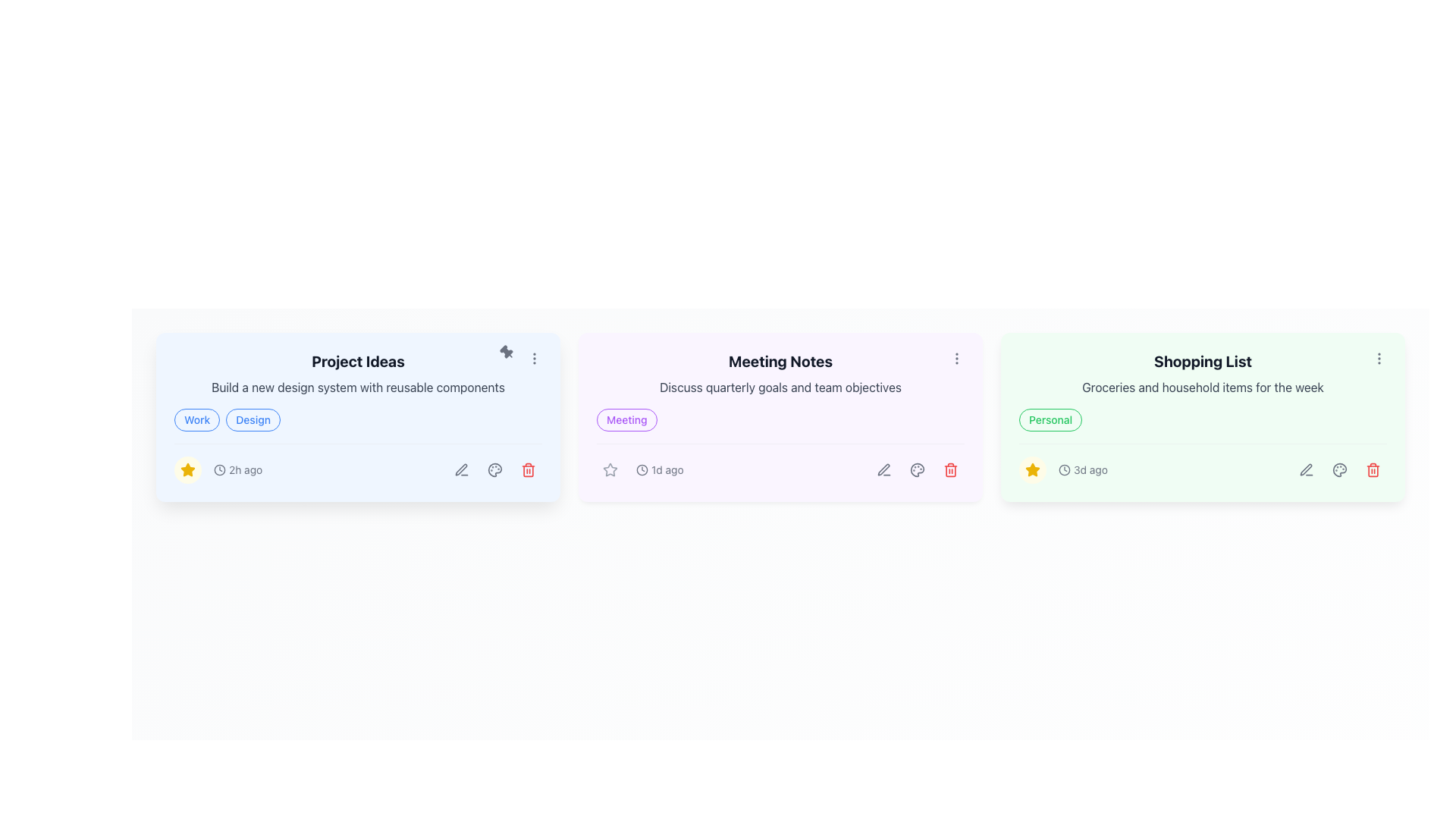 This screenshot has height=819, width=1456. I want to click on the button located in the top-right corner of the 'Meeting Notes' card, so click(956, 359).